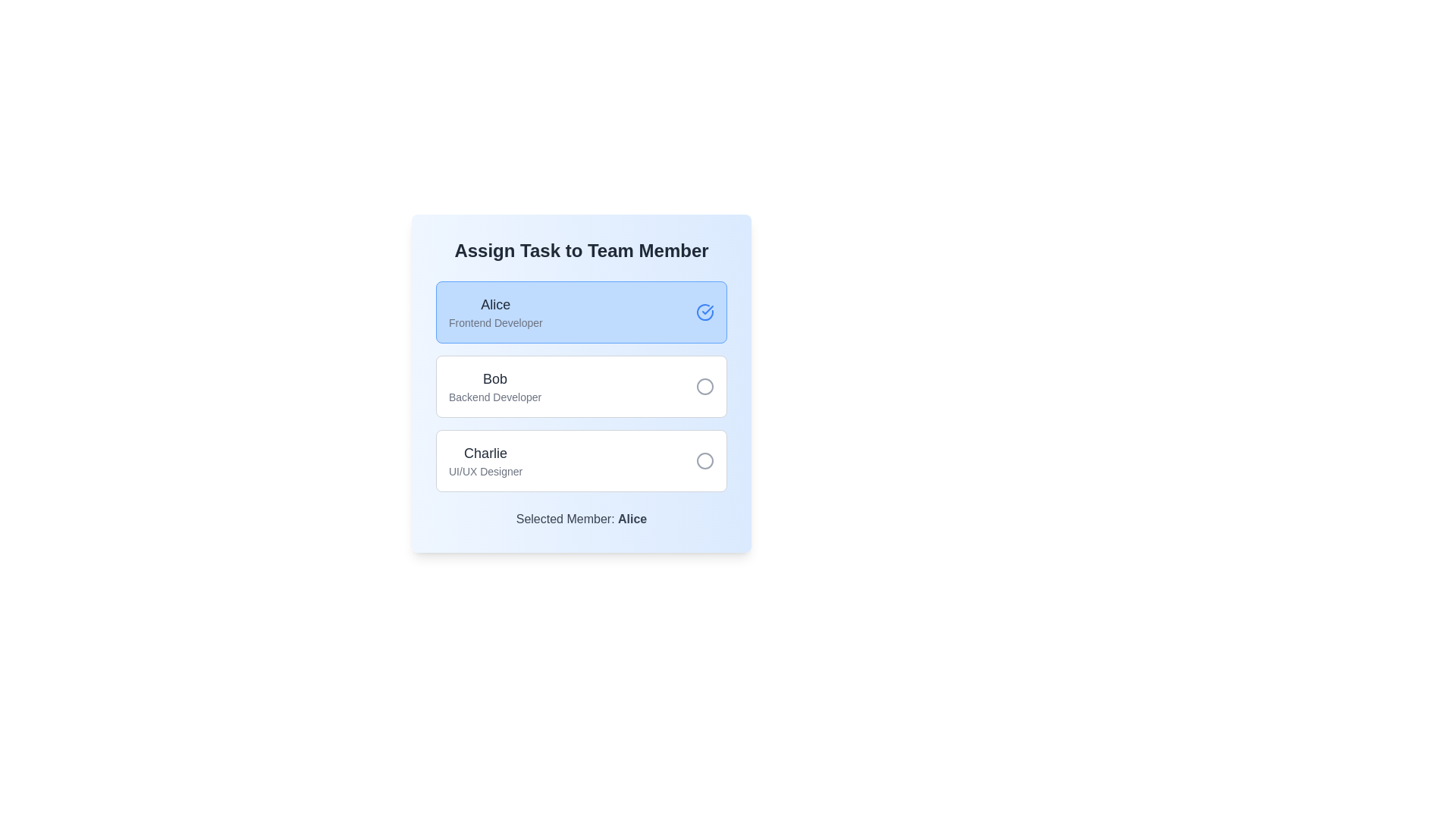  What do you see at coordinates (581, 385) in the screenshot?
I see `the selectable list item representing 'Bob - Backend Developer', the second item in the vertical list of team members` at bounding box center [581, 385].